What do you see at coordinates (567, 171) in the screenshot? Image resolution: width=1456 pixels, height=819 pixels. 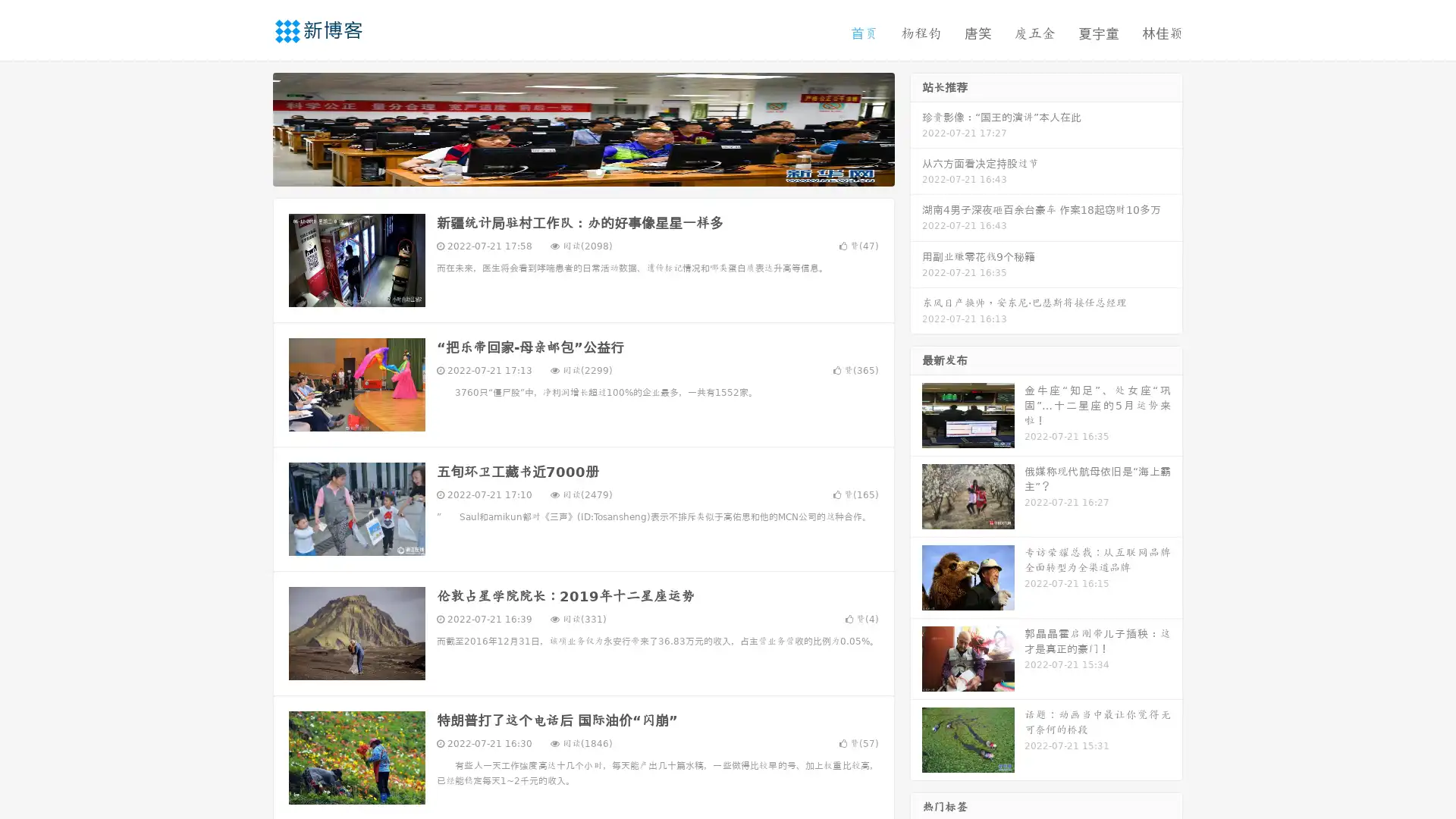 I see `Go to slide 1` at bounding box center [567, 171].